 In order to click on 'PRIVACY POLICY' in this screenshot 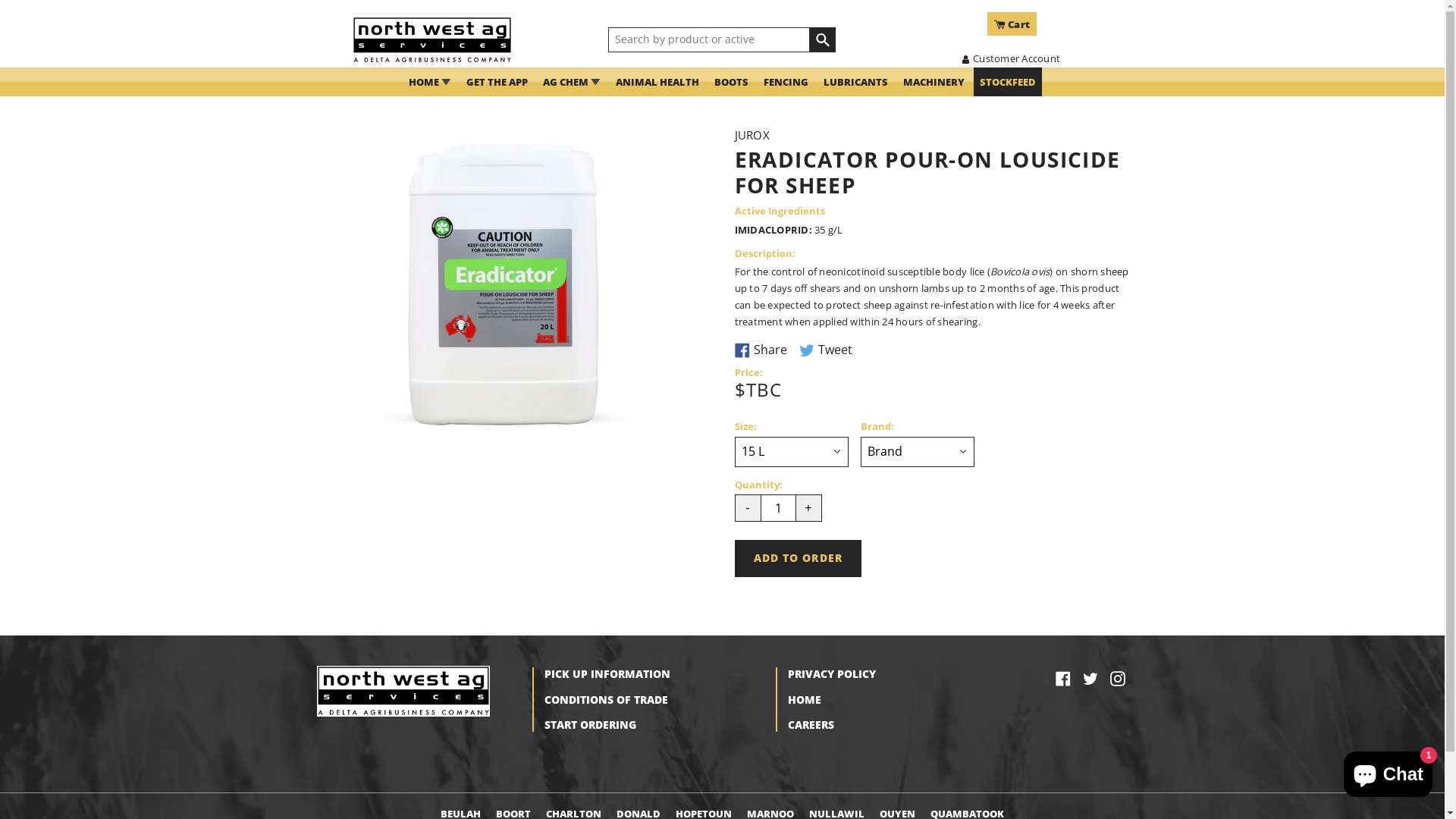, I will do `click(830, 673)`.